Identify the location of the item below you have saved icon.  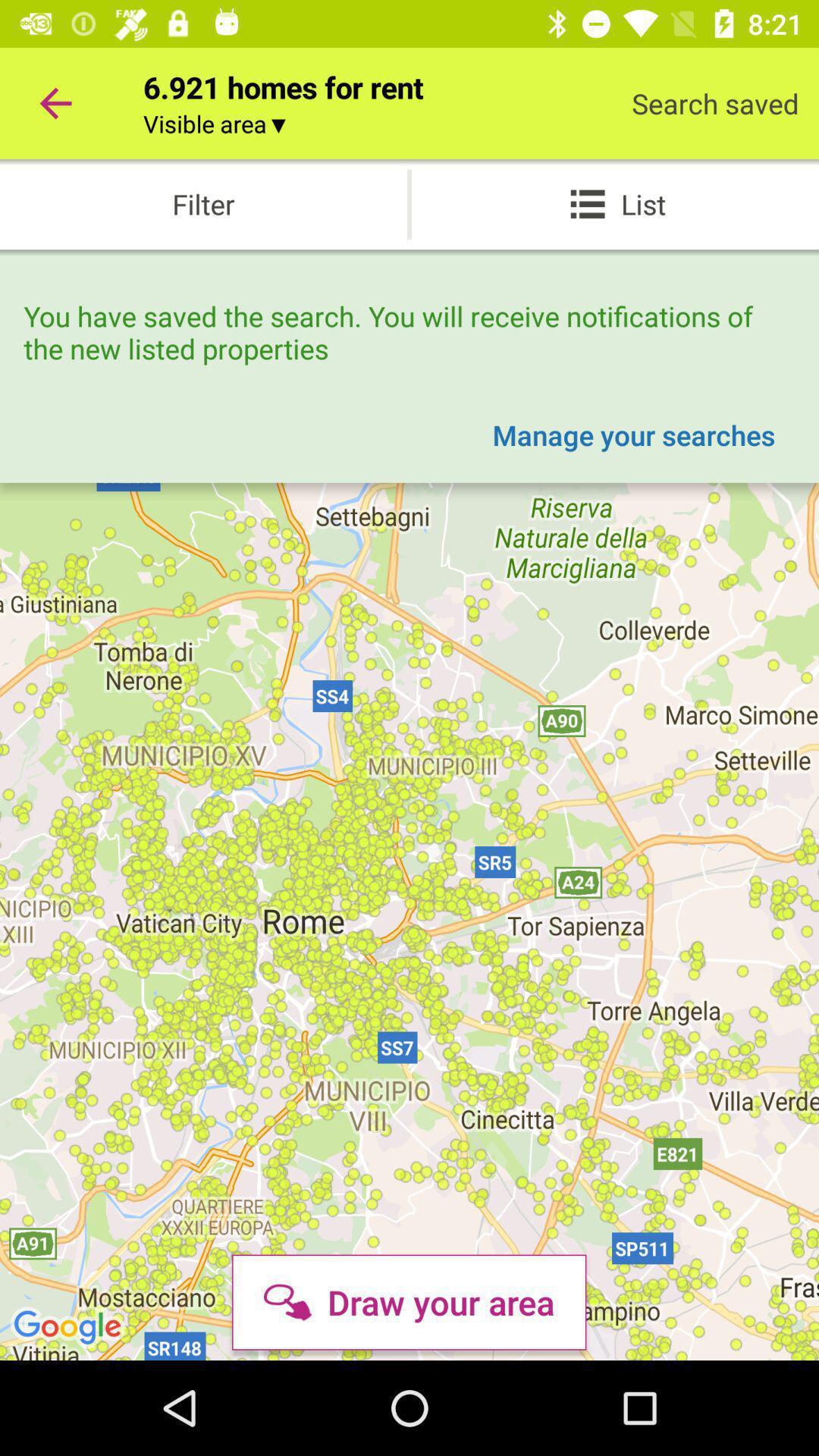
(633, 434).